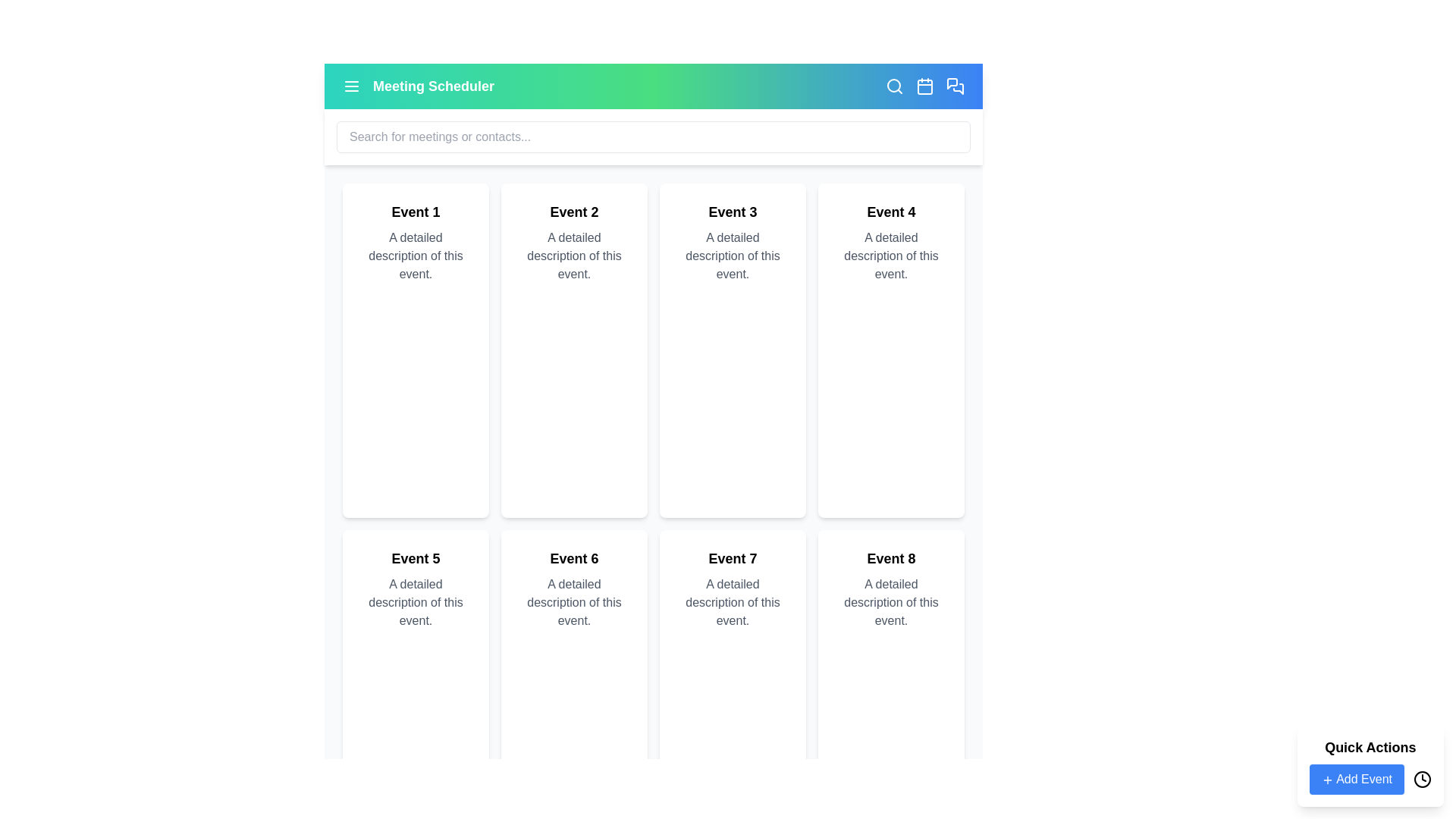  What do you see at coordinates (924, 87) in the screenshot?
I see `the inner rectangle of the calendar icon, which symbolizes the date field and is located at the top-right corner of the interface` at bounding box center [924, 87].